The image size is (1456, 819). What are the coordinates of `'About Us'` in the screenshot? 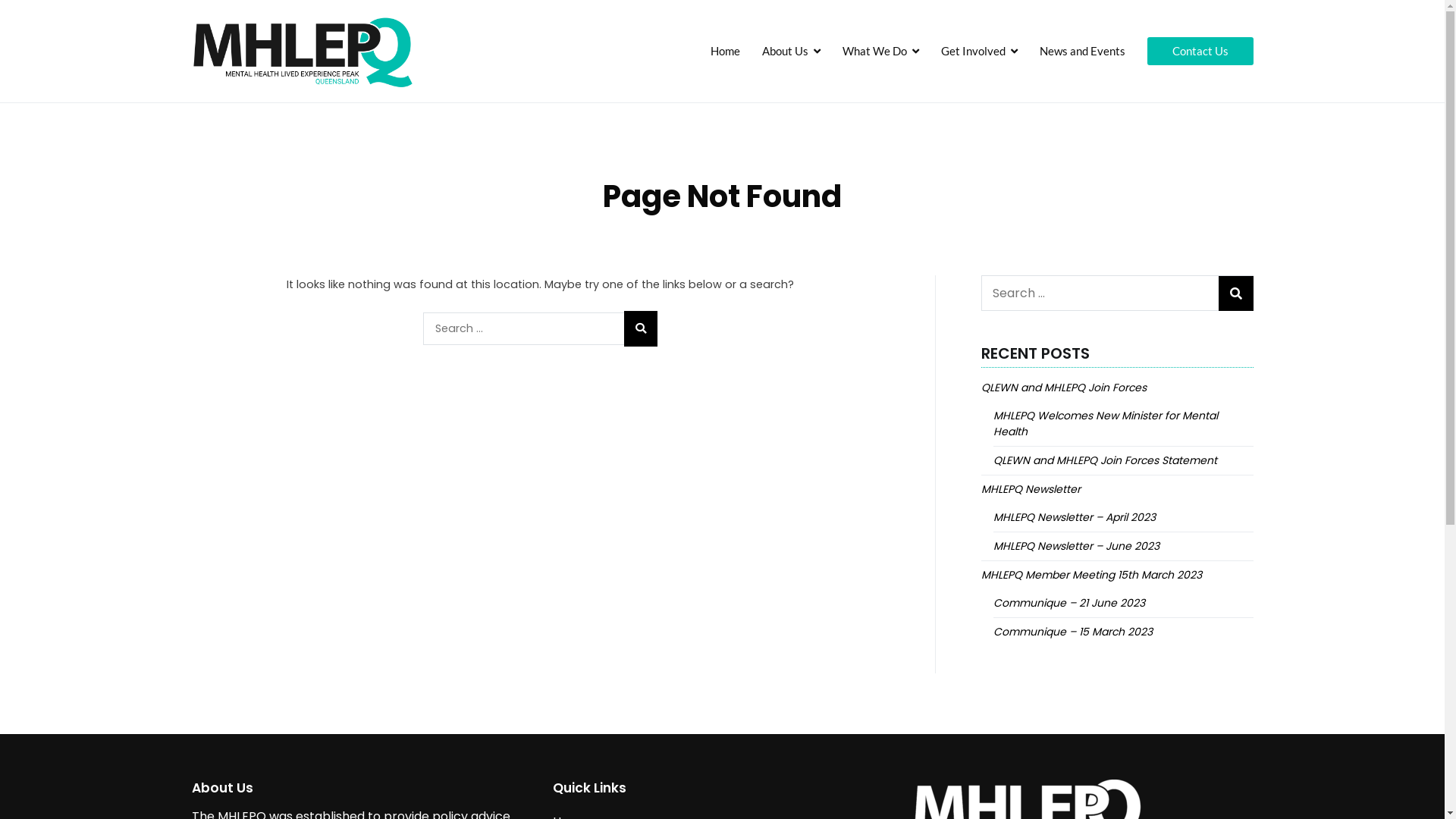 It's located at (790, 50).